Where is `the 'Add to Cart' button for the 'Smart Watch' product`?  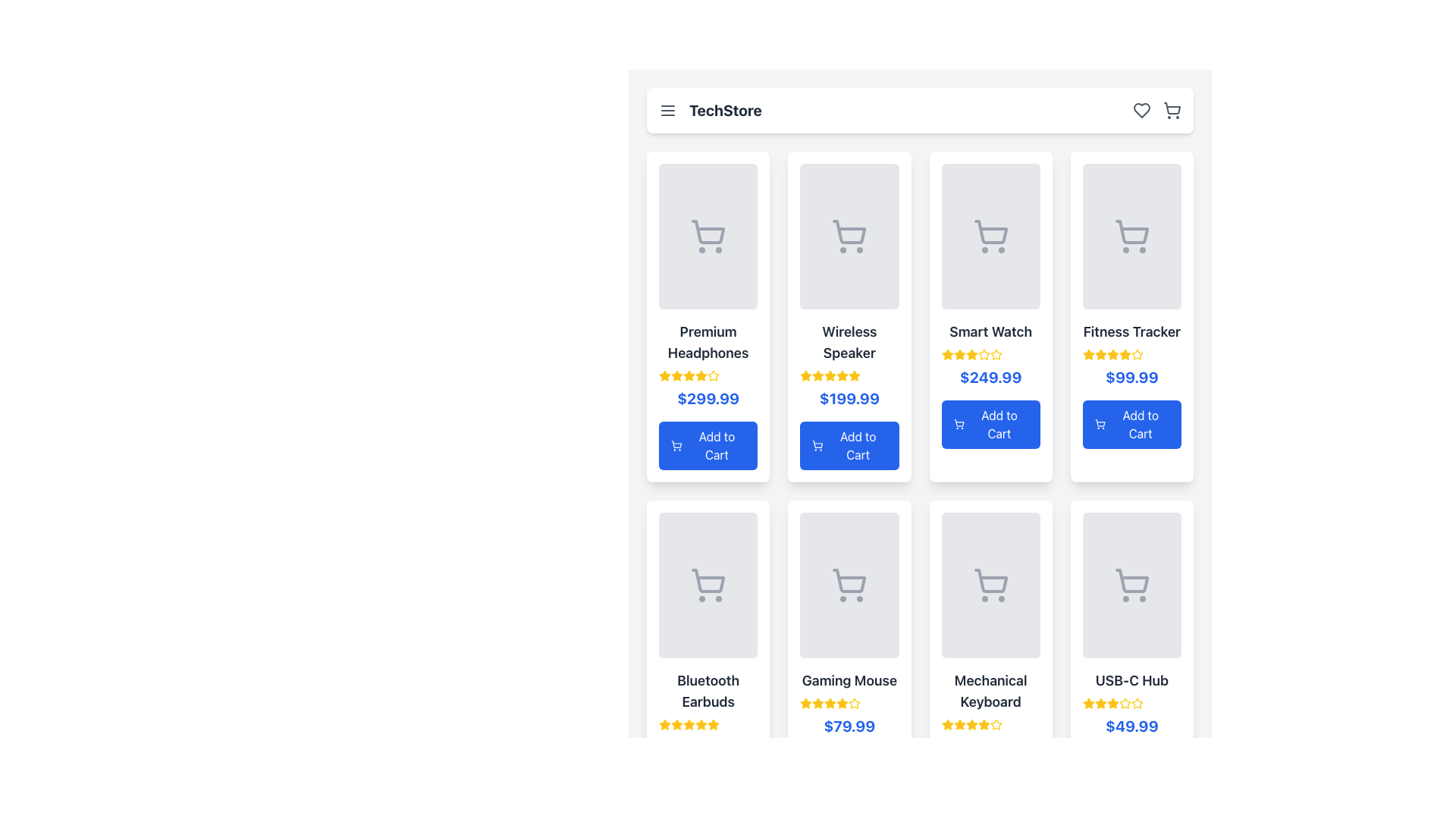 the 'Add to Cart' button for the 'Smart Watch' product is located at coordinates (958, 424).